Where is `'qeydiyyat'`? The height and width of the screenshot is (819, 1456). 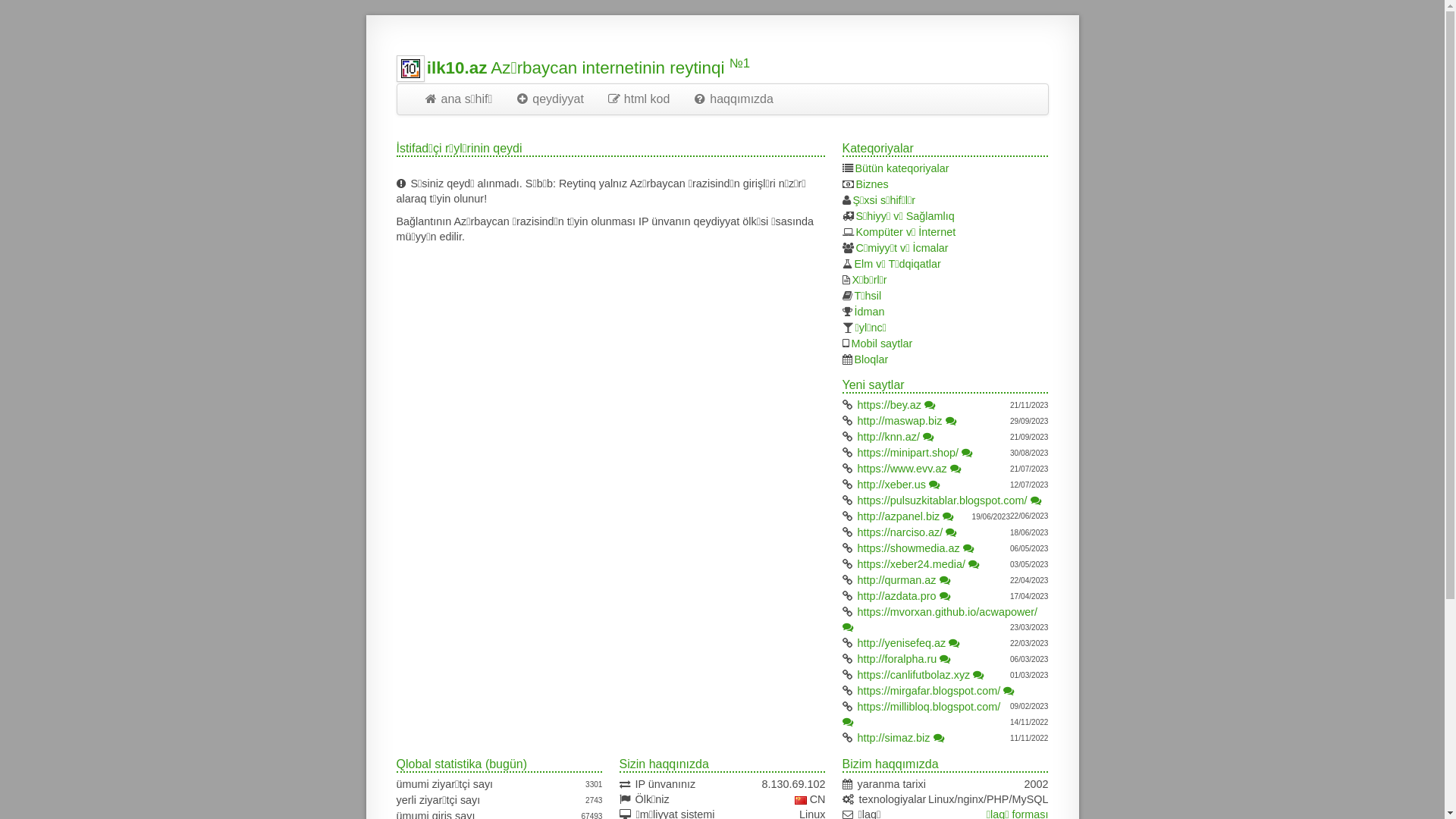
'qeydiyyat' is located at coordinates (548, 99).